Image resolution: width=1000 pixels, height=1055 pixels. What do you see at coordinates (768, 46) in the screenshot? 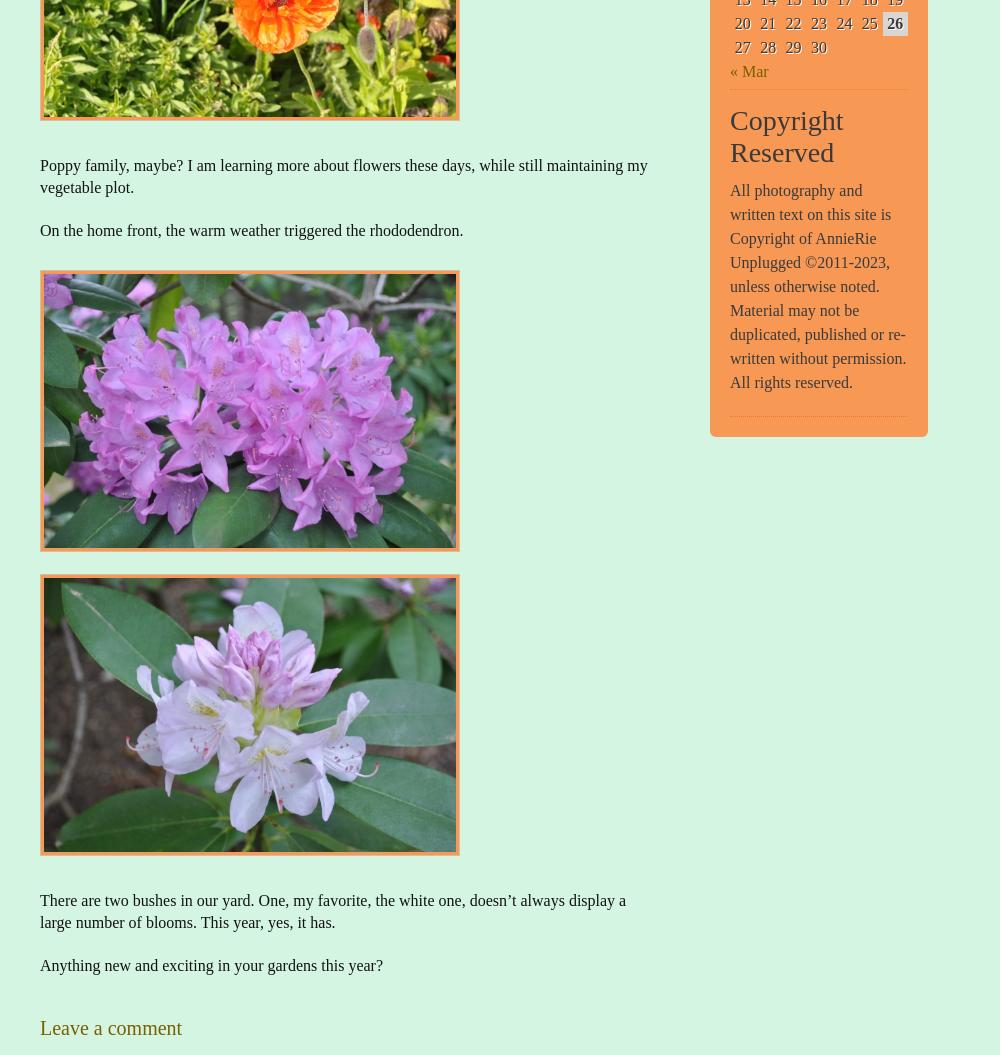
I see `'28'` at bounding box center [768, 46].